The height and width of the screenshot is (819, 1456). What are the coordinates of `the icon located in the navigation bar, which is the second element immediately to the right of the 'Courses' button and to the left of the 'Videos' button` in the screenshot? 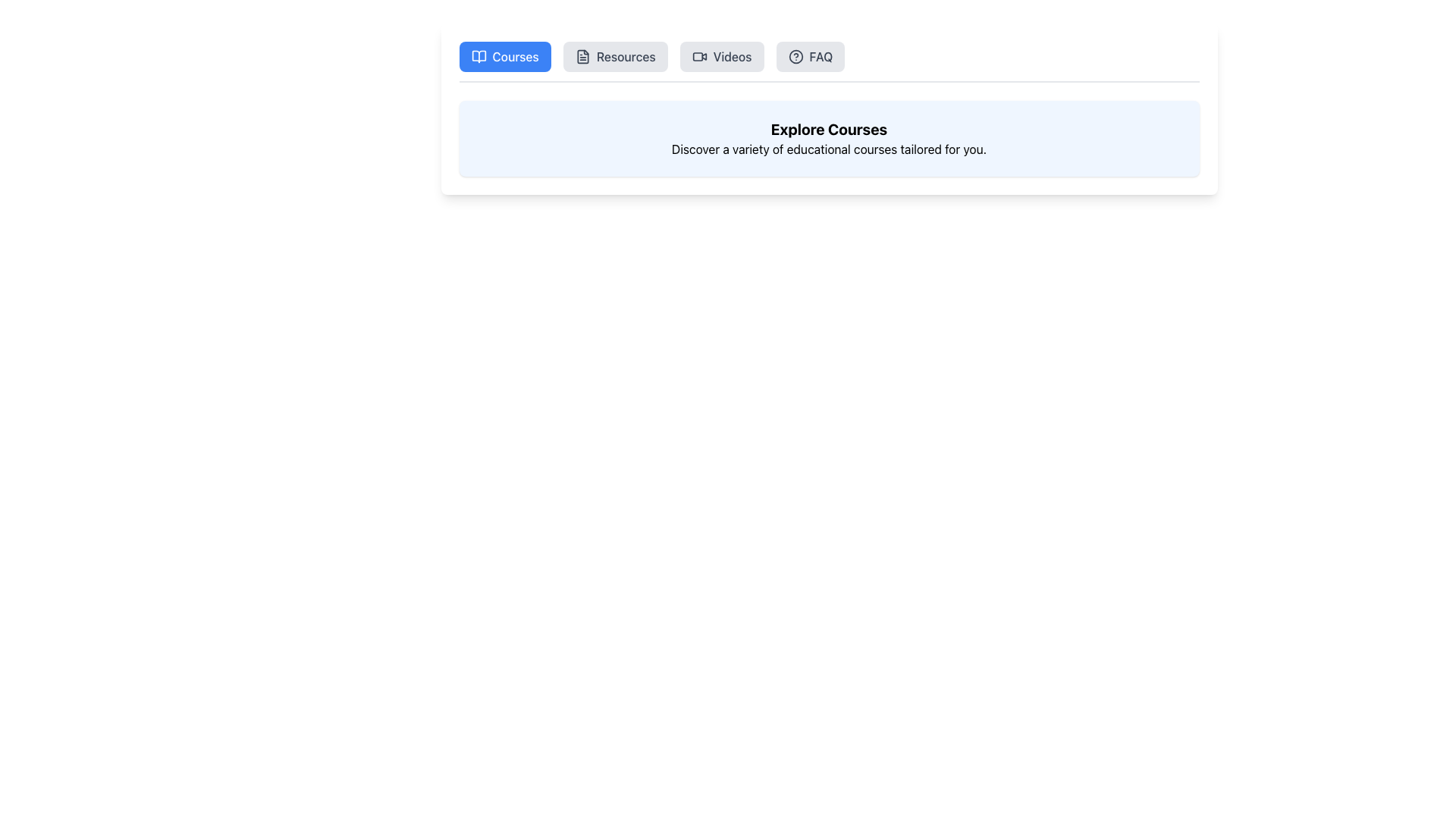 It's located at (582, 55).